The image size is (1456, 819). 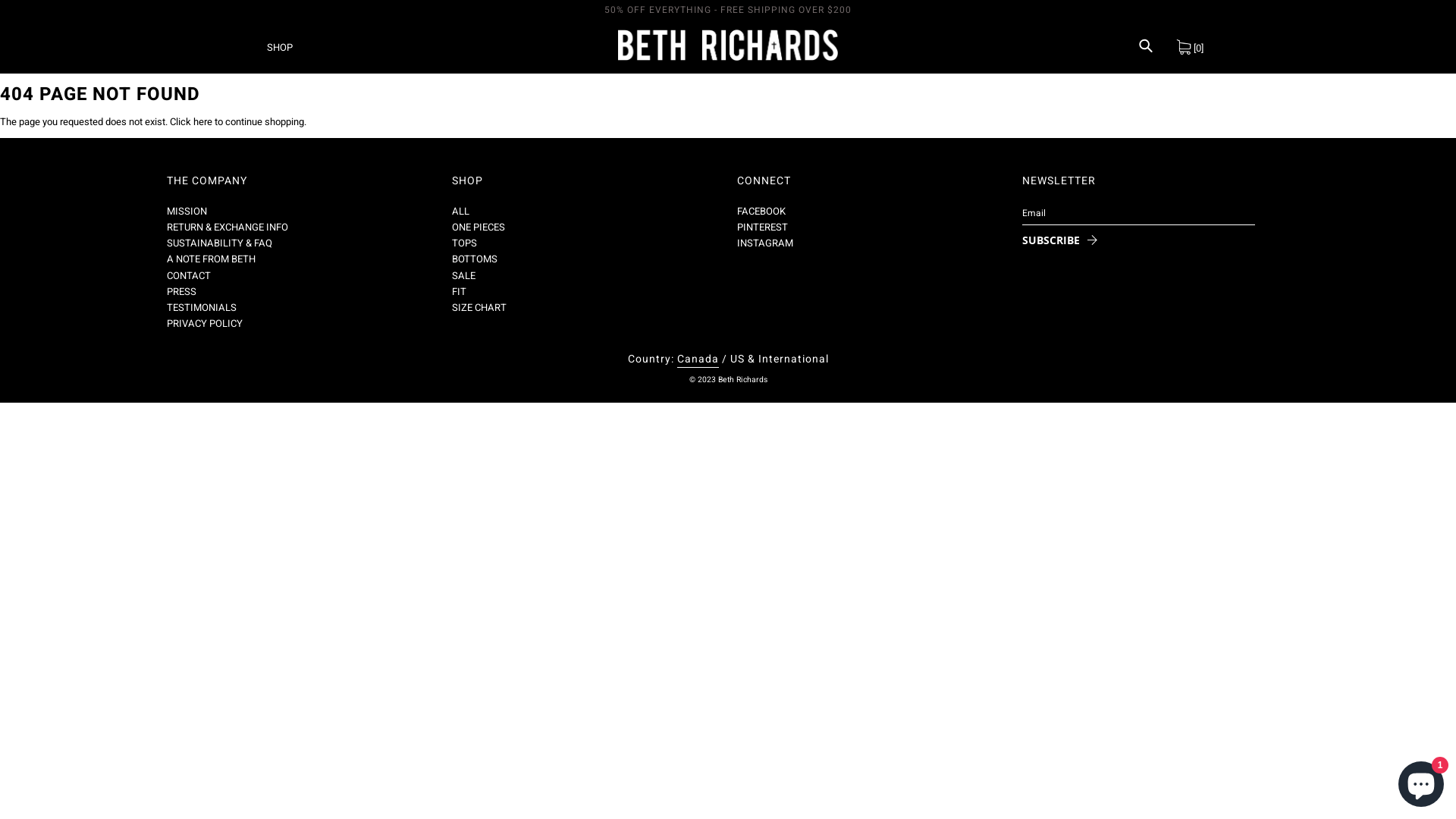 I want to click on 'BOTTOMS', so click(x=450, y=258).